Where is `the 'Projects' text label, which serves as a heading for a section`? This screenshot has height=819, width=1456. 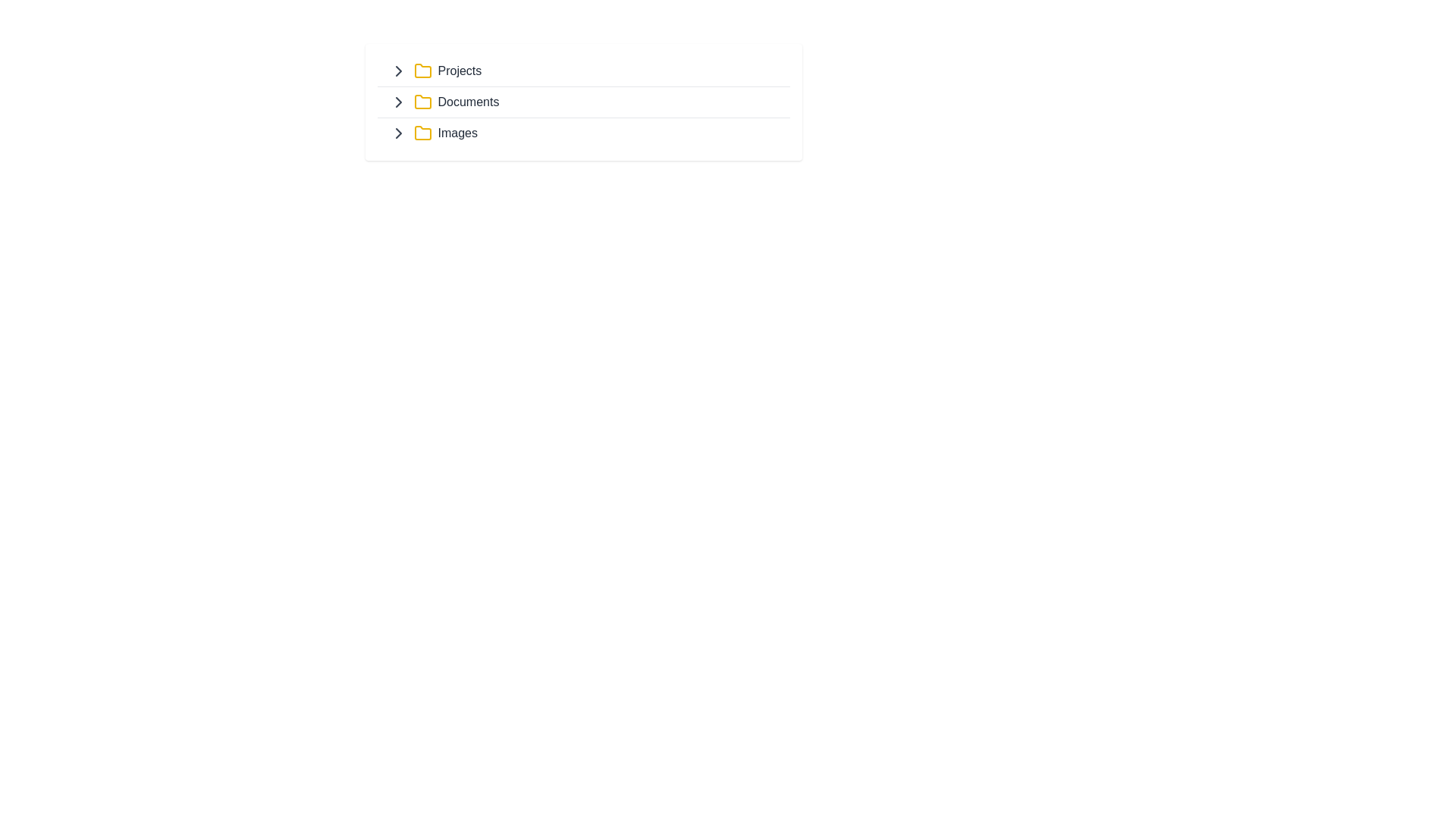
the 'Projects' text label, which serves as a heading for a section is located at coordinates (459, 71).